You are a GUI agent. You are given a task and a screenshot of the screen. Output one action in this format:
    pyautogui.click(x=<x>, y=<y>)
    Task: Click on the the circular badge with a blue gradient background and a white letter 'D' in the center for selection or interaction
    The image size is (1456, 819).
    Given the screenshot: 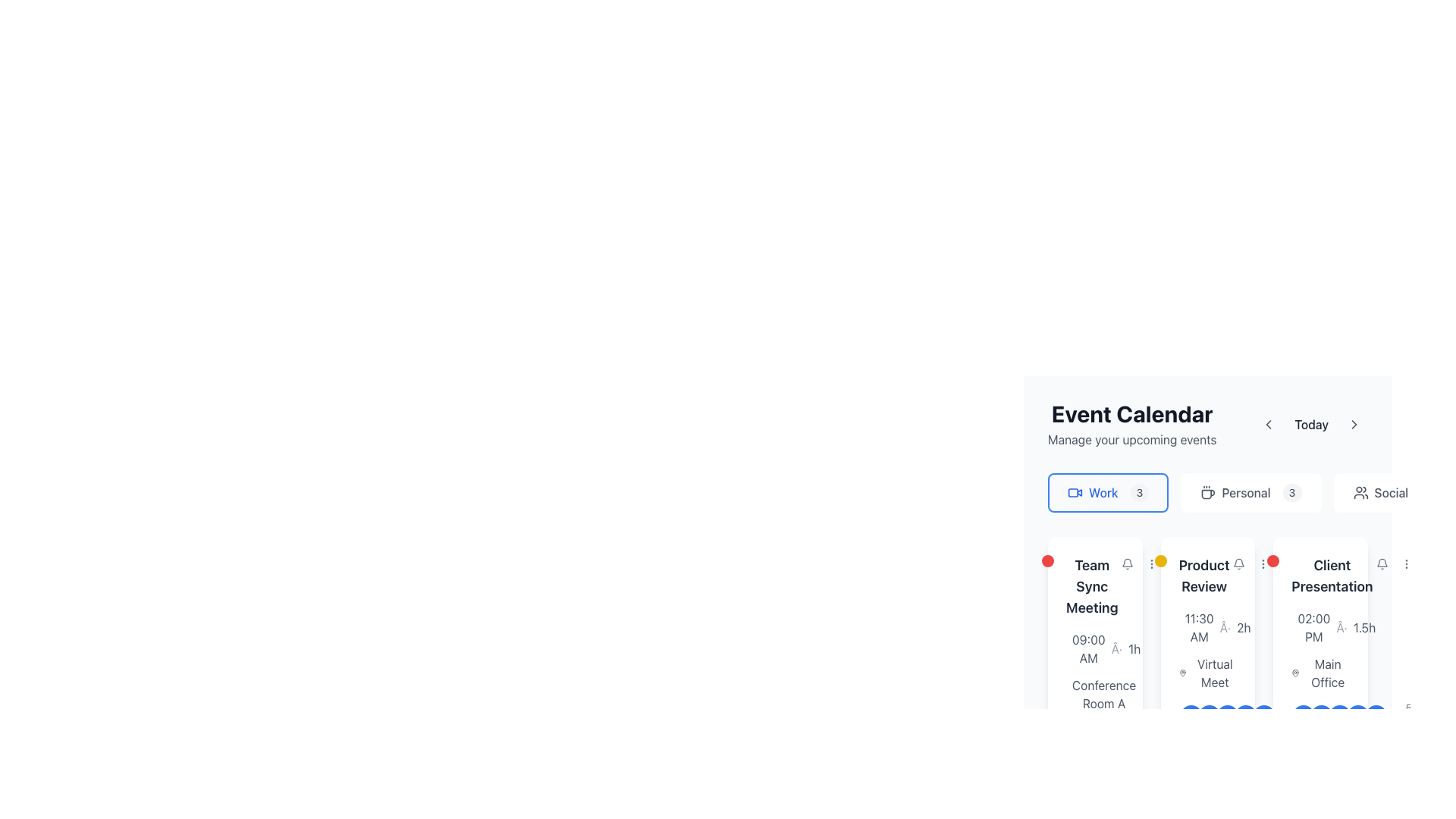 What is the action you would take?
    pyautogui.click(x=1358, y=716)
    